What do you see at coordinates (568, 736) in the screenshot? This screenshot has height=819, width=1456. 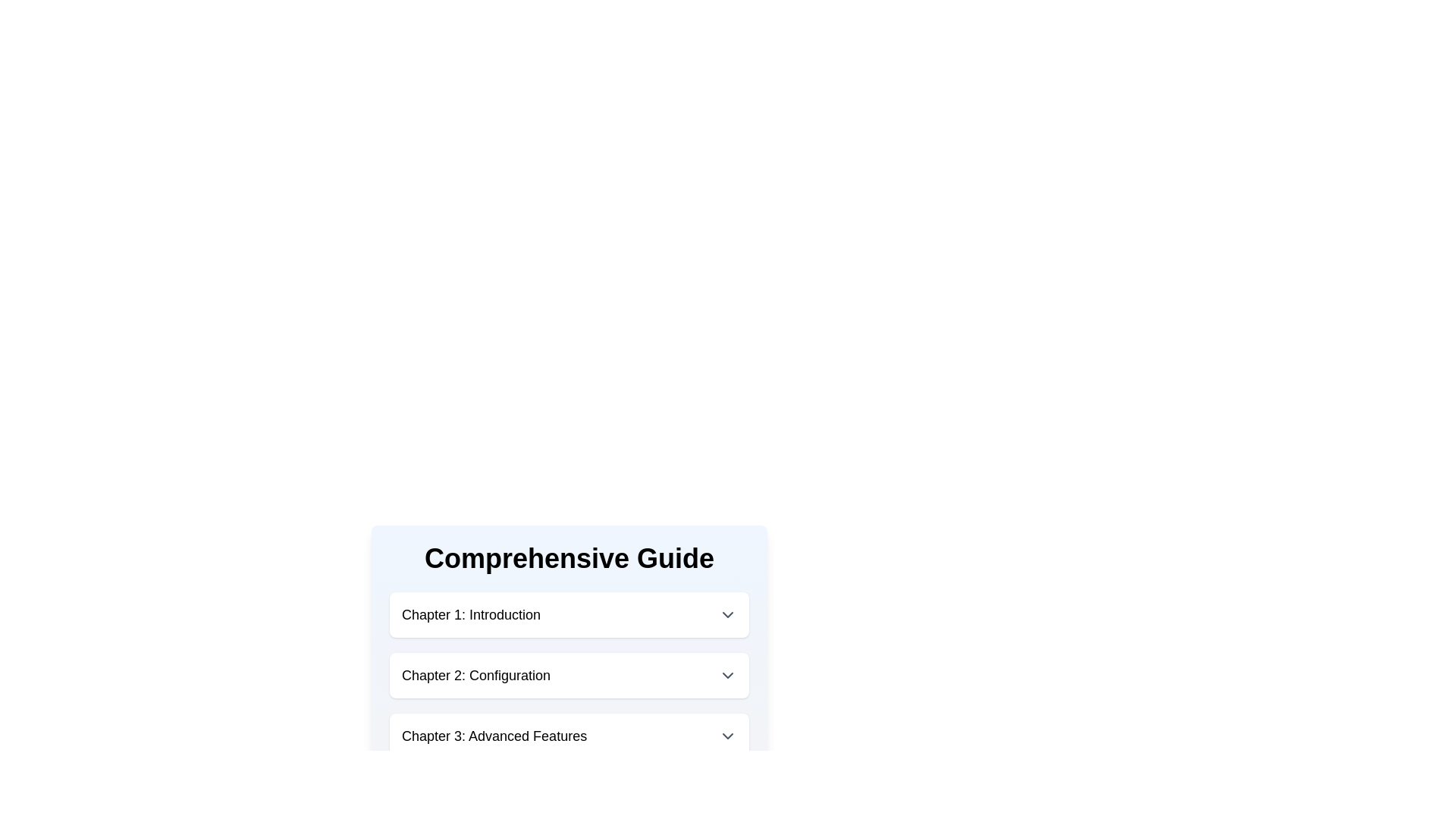 I see `the button labeled 'Chapter 3: Advanced Features'` at bounding box center [568, 736].